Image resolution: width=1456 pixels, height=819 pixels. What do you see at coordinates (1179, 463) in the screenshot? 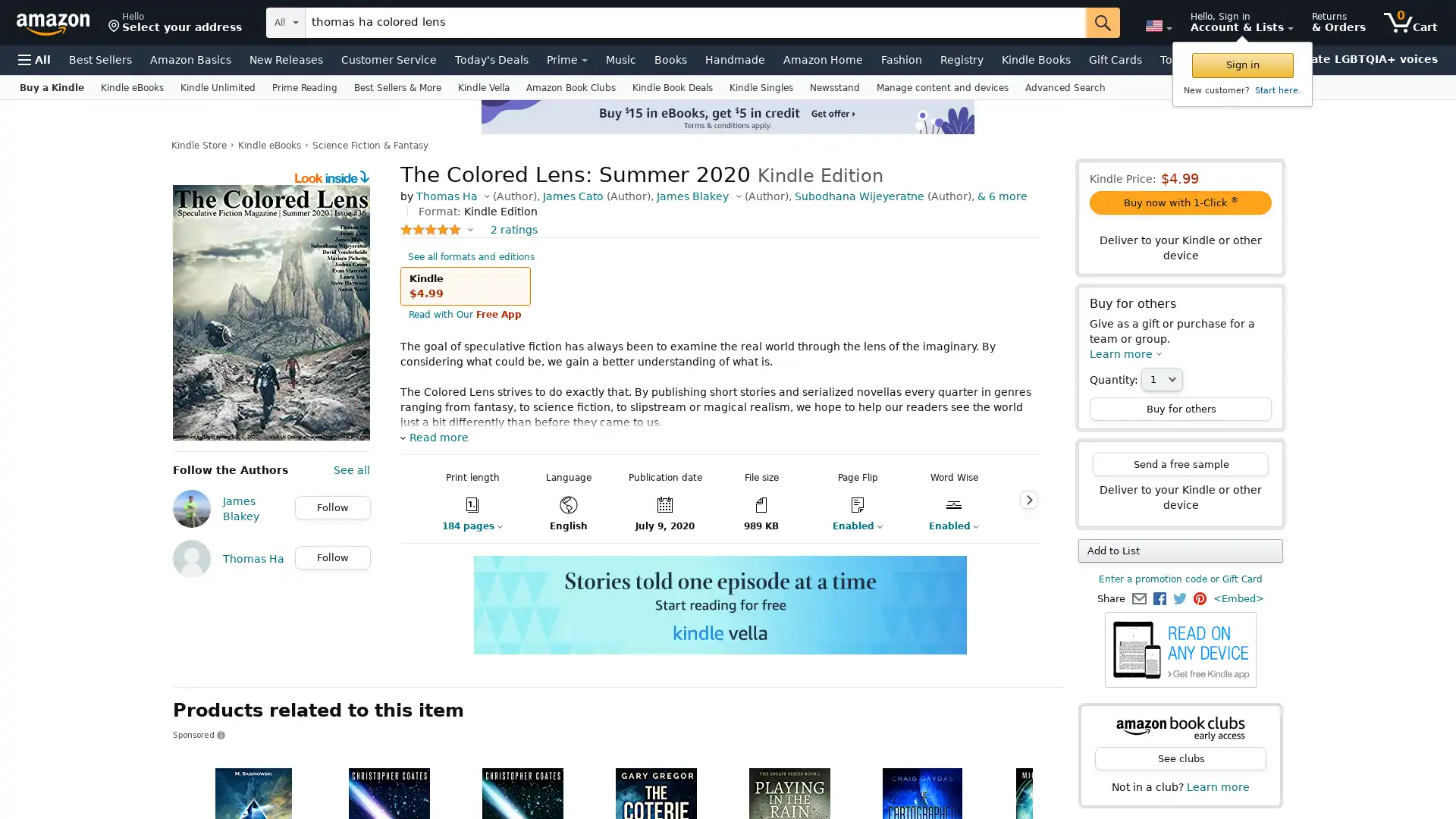
I see `Send a free sample` at bounding box center [1179, 463].